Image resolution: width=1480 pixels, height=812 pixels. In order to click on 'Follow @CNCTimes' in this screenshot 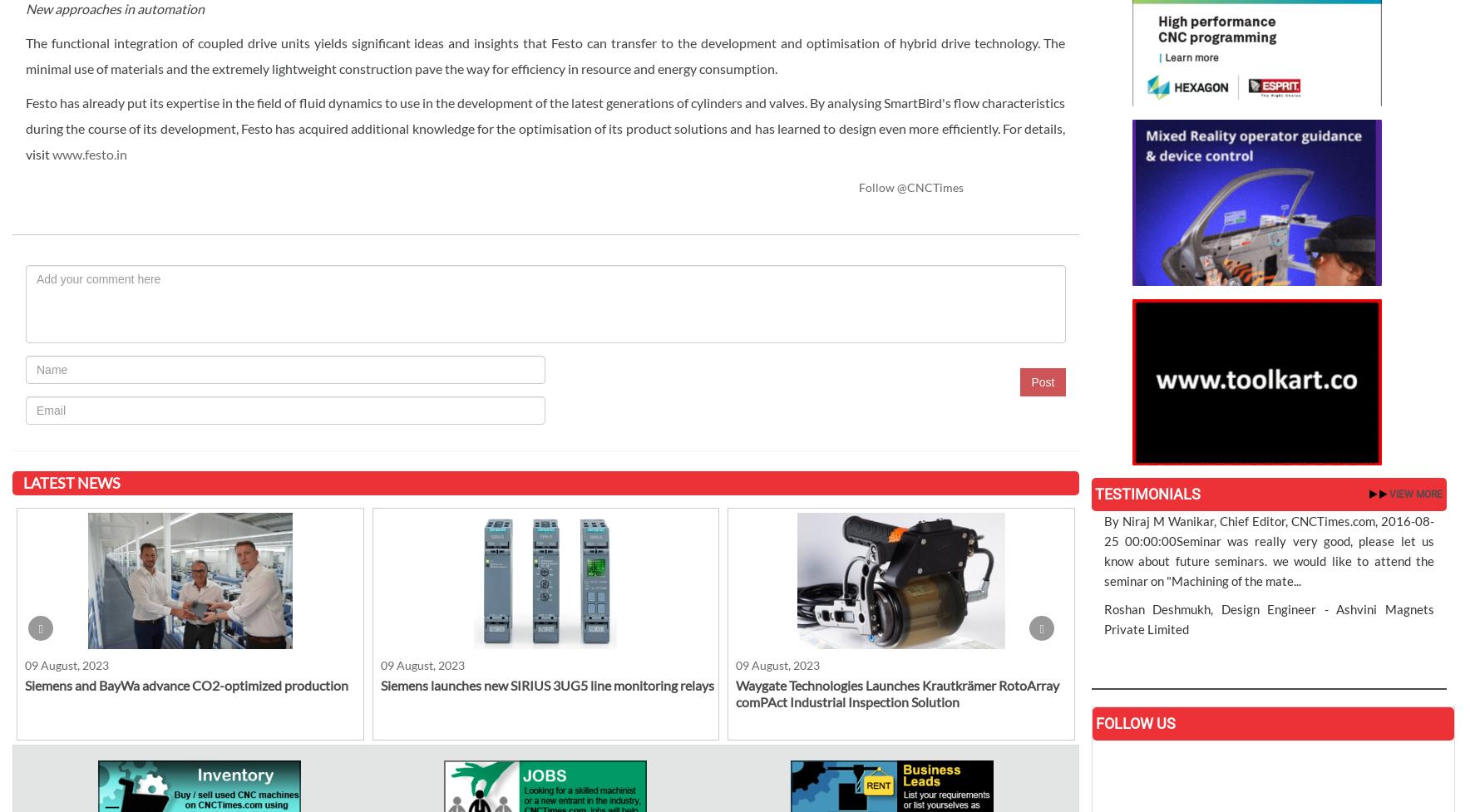, I will do `click(910, 185)`.